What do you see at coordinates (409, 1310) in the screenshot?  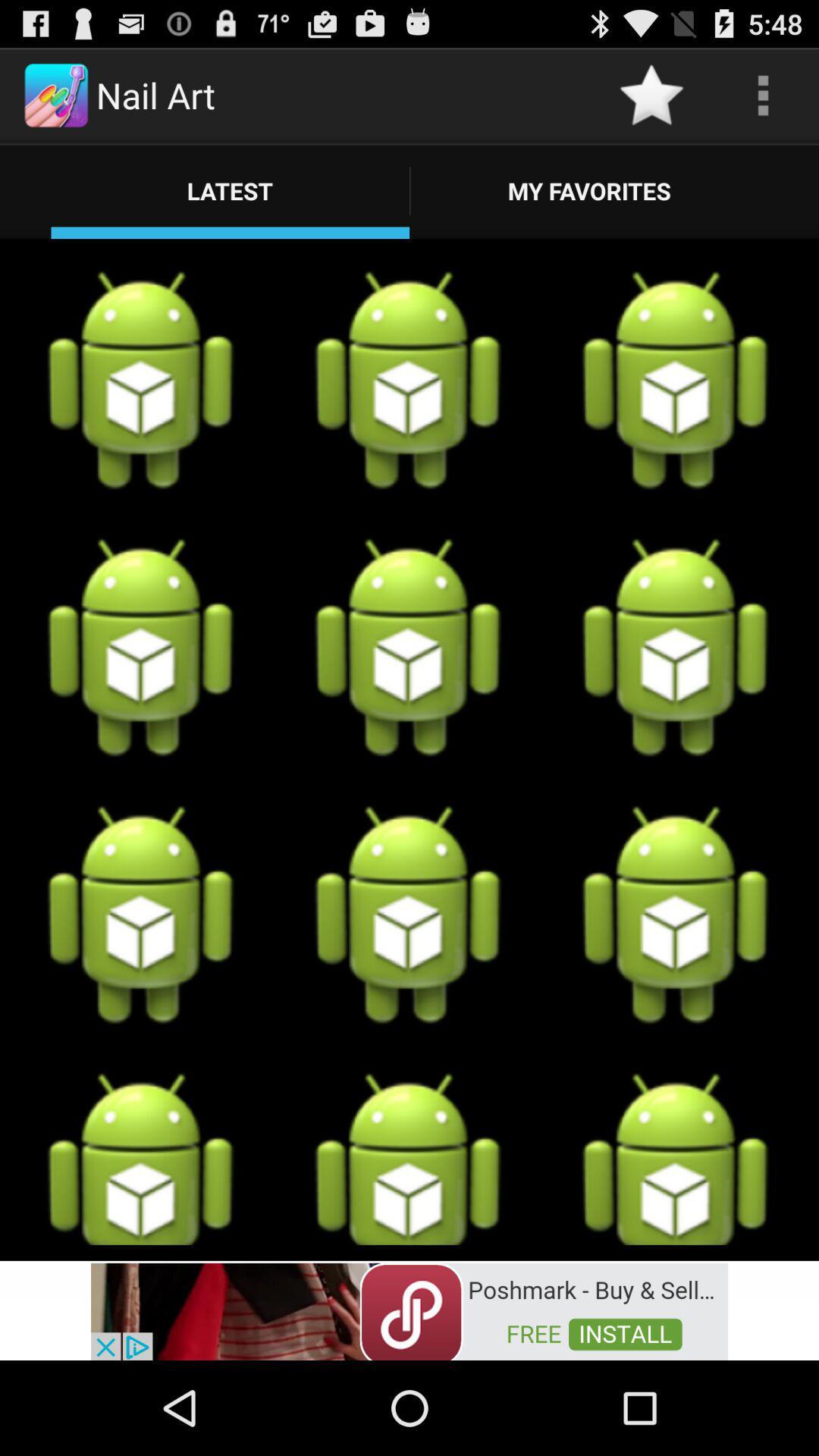 I see `advertising` at bounding box center [409, 1310].